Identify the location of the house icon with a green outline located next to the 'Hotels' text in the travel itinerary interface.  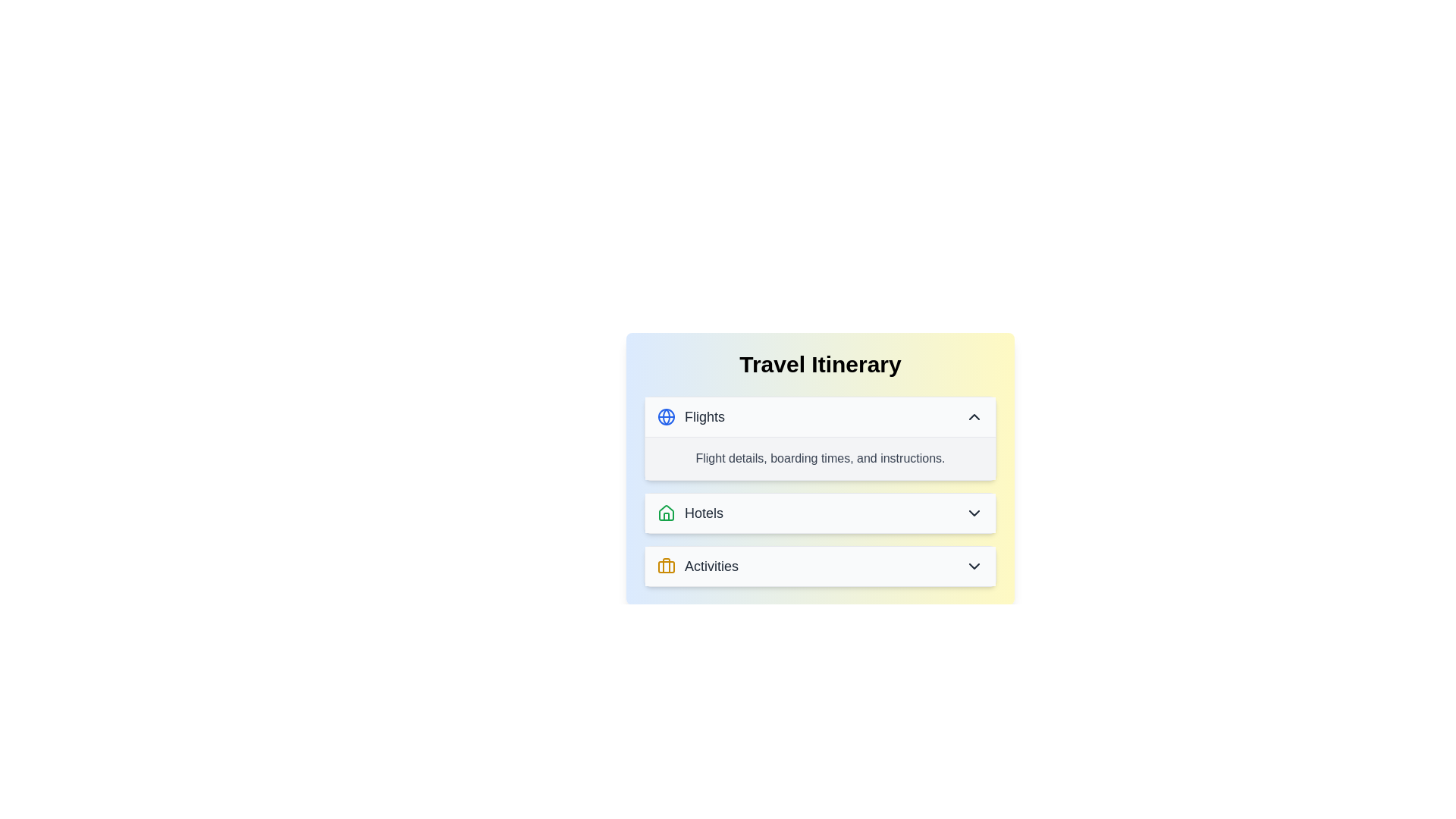
(666, 513).